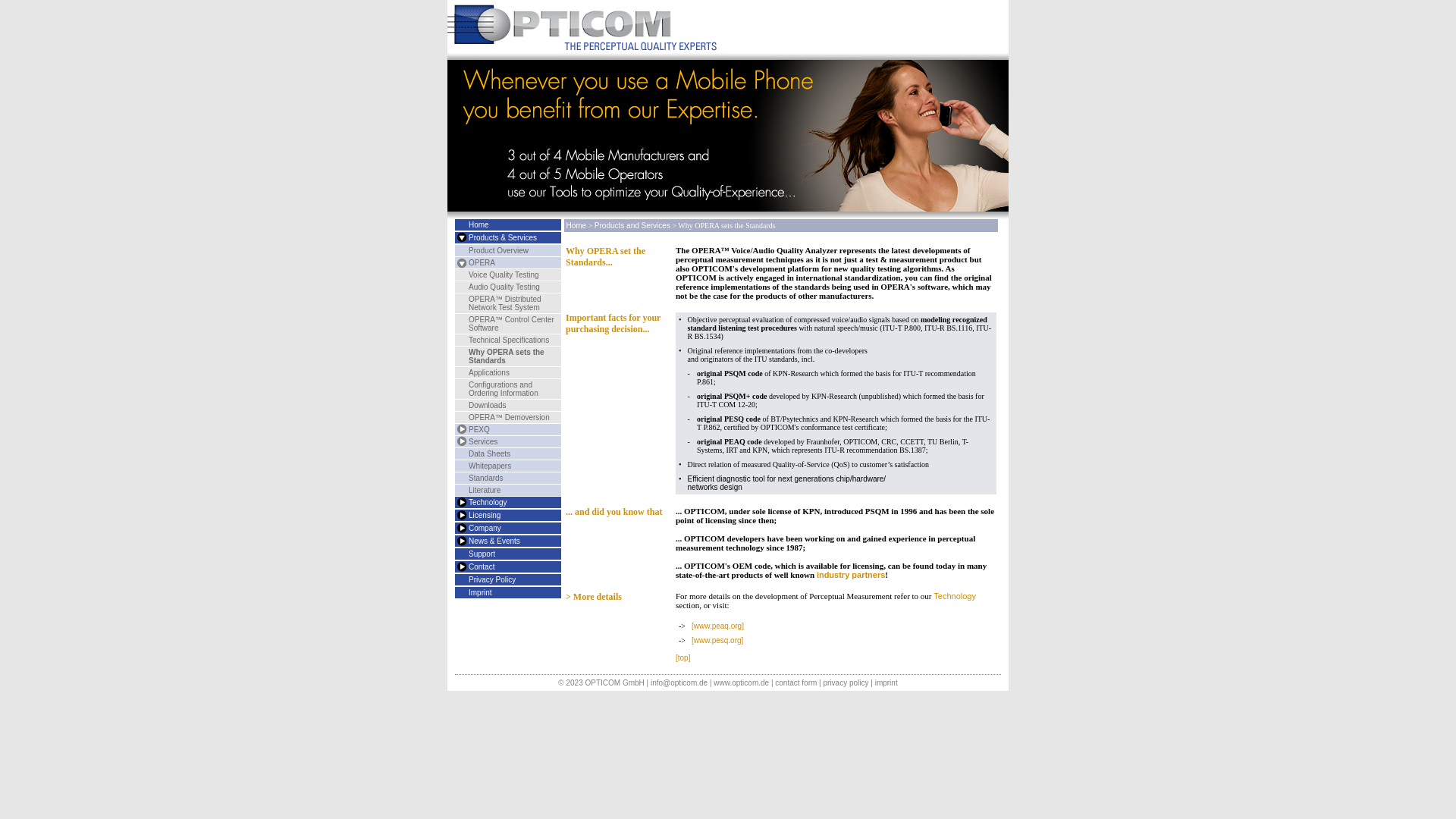 This screenshot has height=819, width=1456. What do you see at coordinates (480, 566) in the screenshot?
I see `'Contact'` at bounding box center [480, 566].